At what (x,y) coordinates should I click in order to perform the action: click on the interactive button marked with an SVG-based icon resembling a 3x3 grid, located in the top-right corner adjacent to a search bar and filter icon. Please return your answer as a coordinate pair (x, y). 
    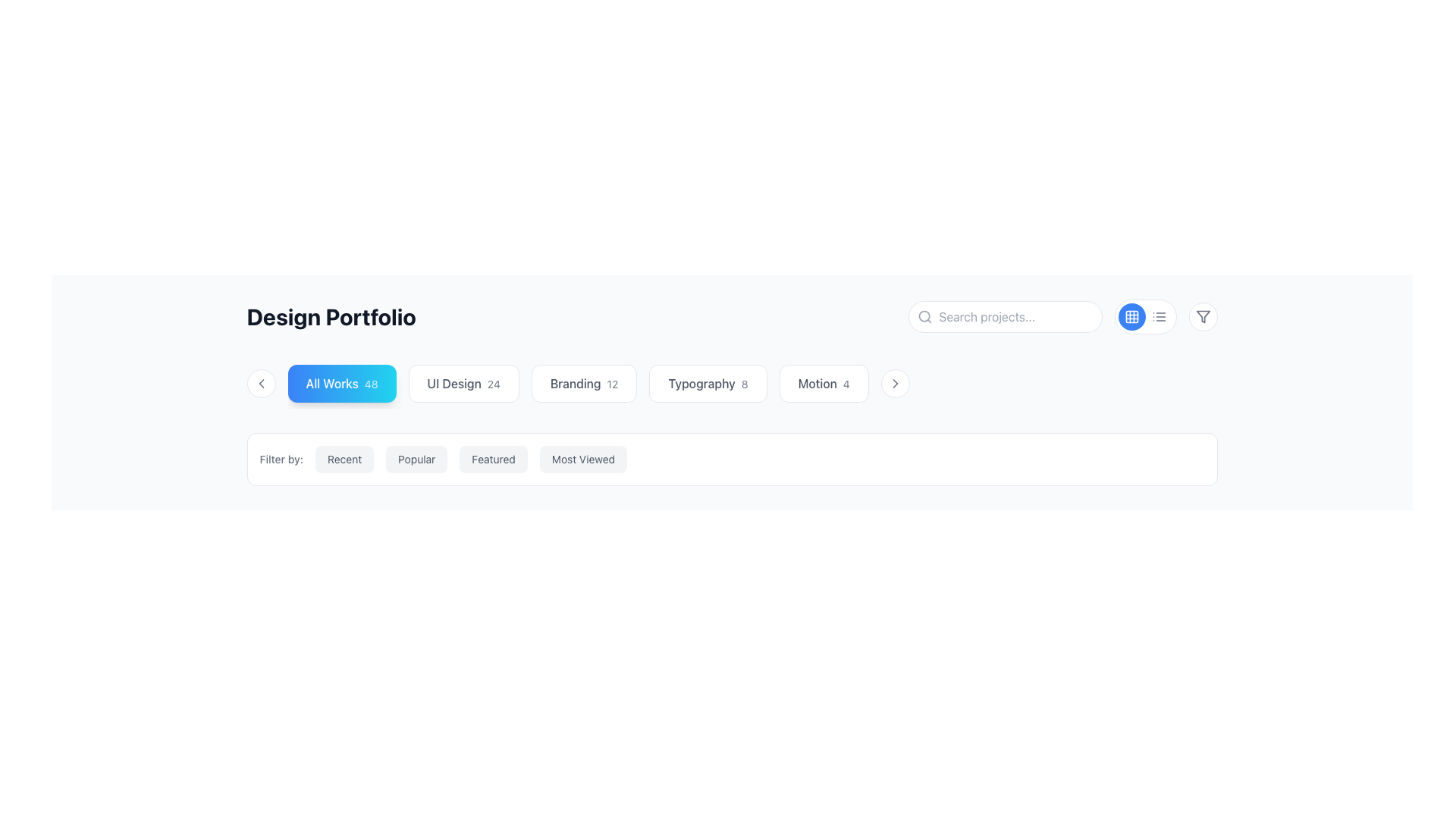
    Looking at the image, I should click on (1131, 315).